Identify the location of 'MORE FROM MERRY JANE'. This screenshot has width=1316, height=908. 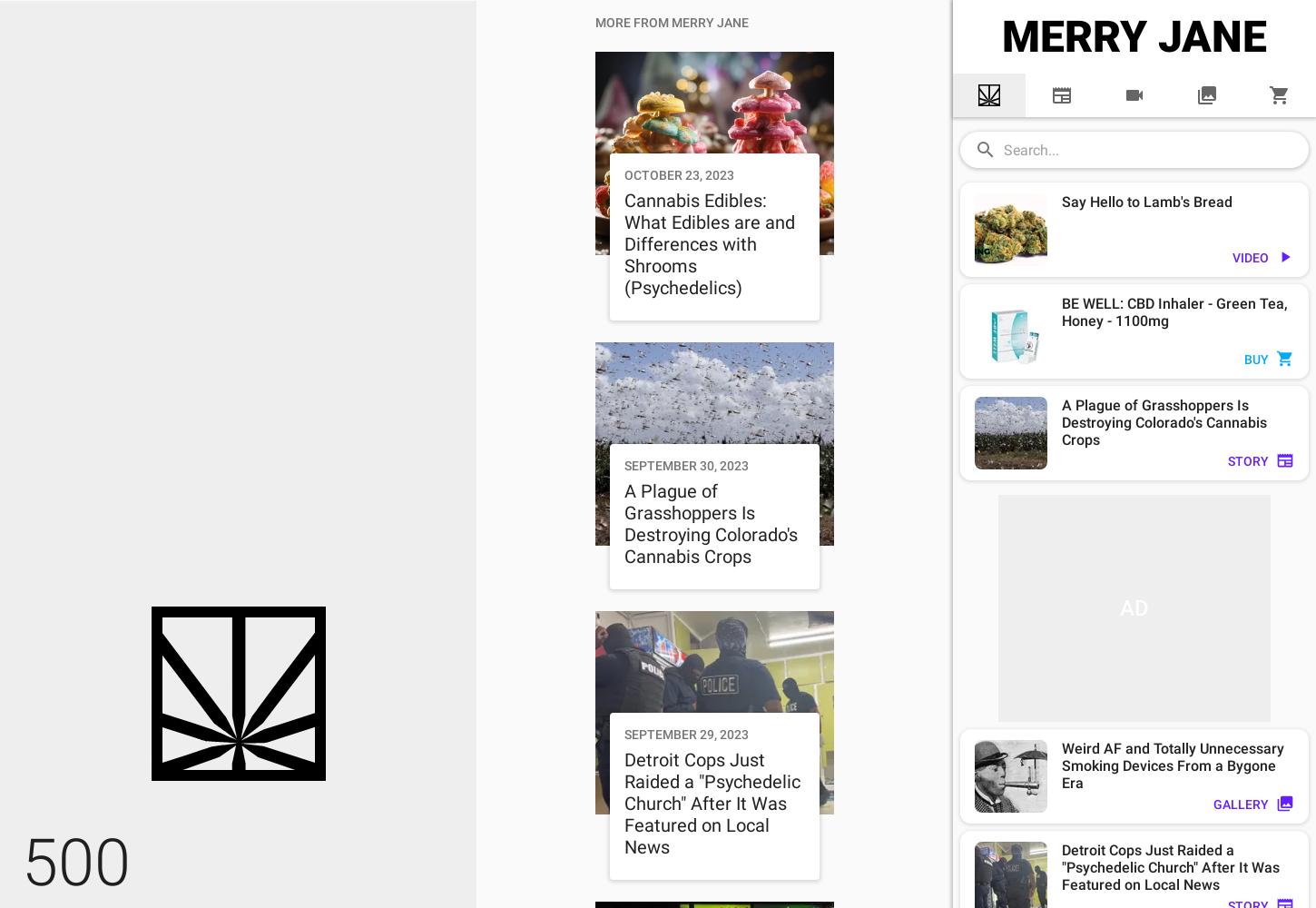
(594, 23).